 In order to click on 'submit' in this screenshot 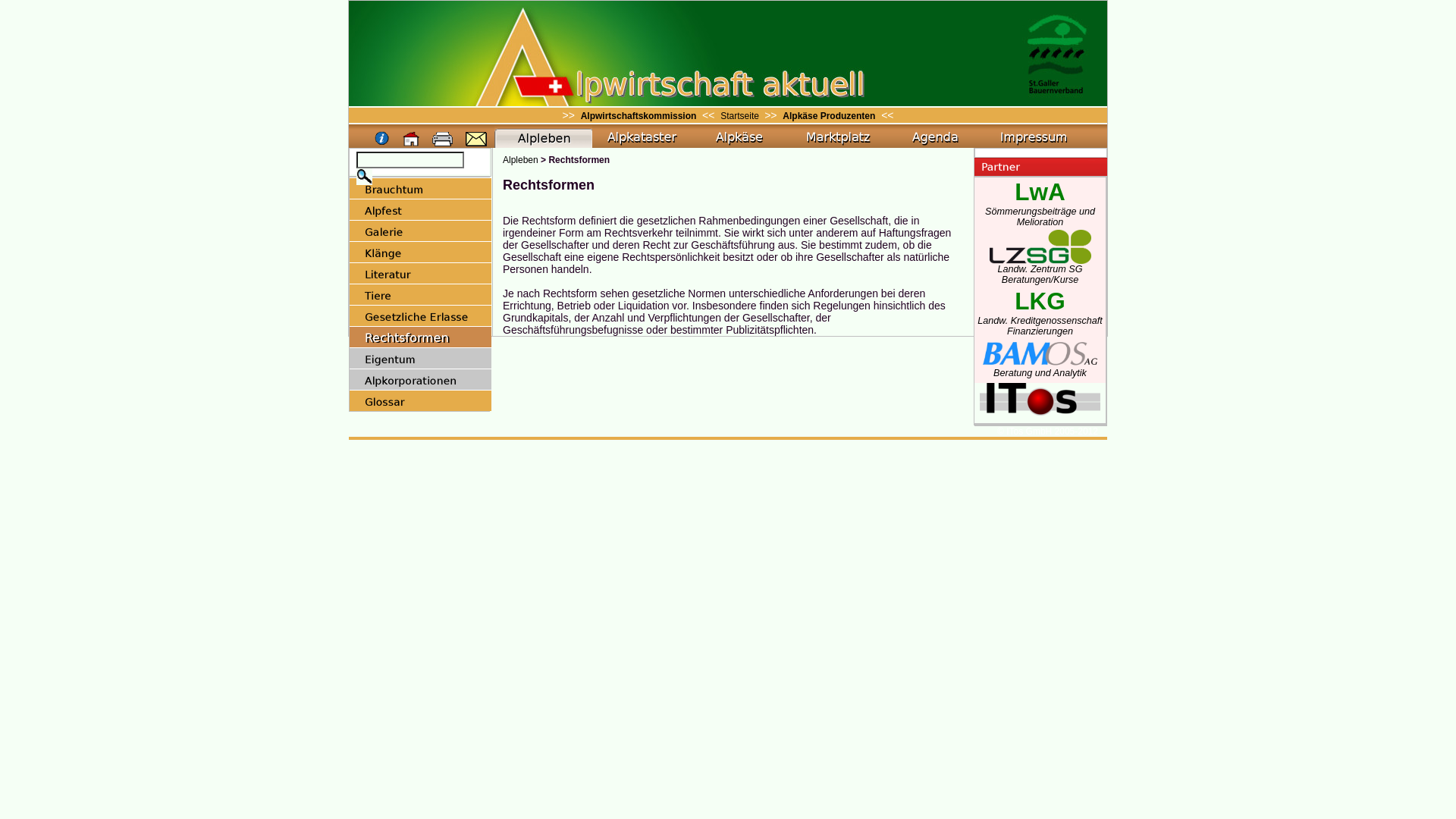, I will do `click(356, 175)`.